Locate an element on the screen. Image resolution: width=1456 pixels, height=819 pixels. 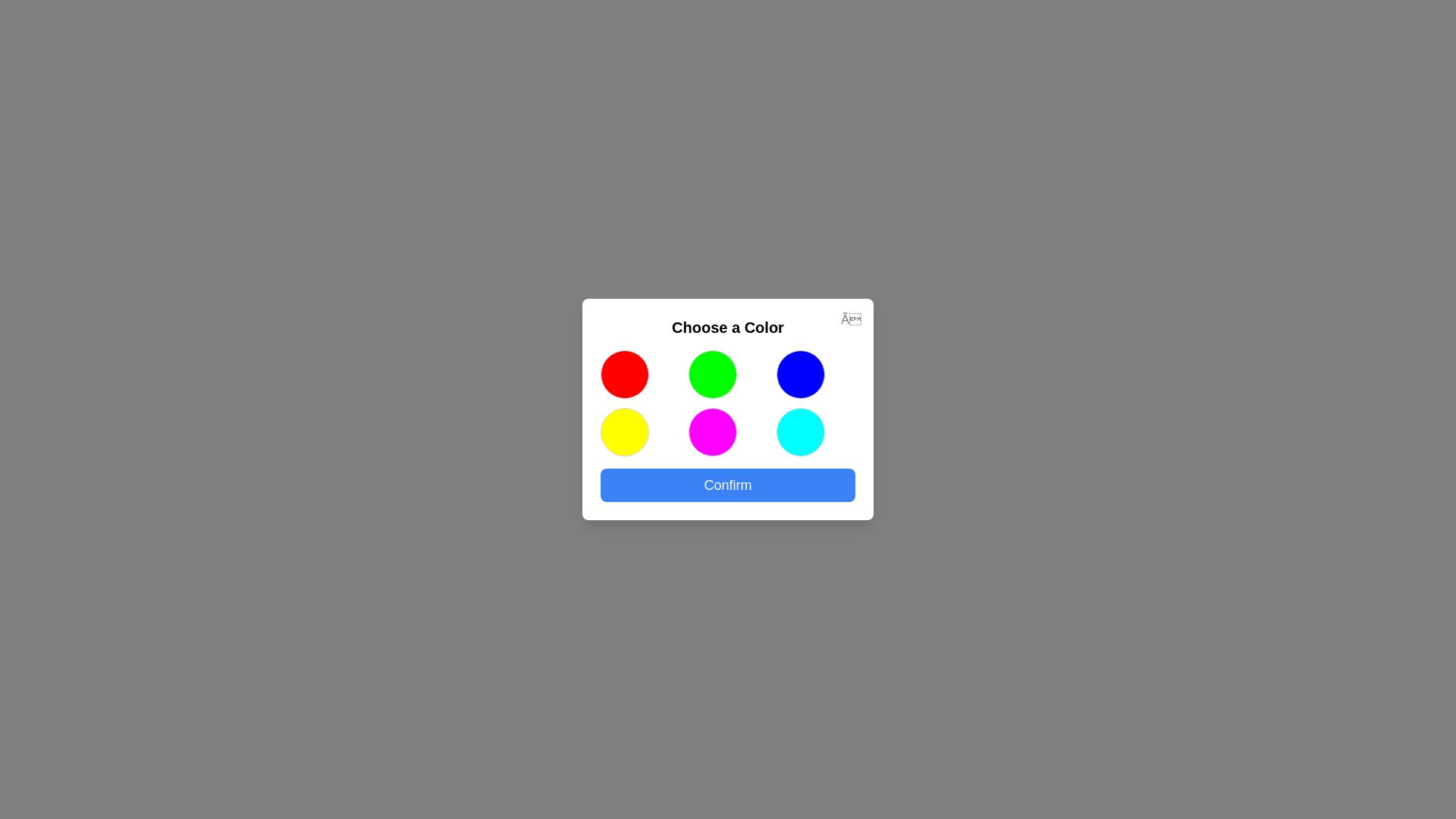
the colored circle corresponding to blue is located at coordinates (800, 374).